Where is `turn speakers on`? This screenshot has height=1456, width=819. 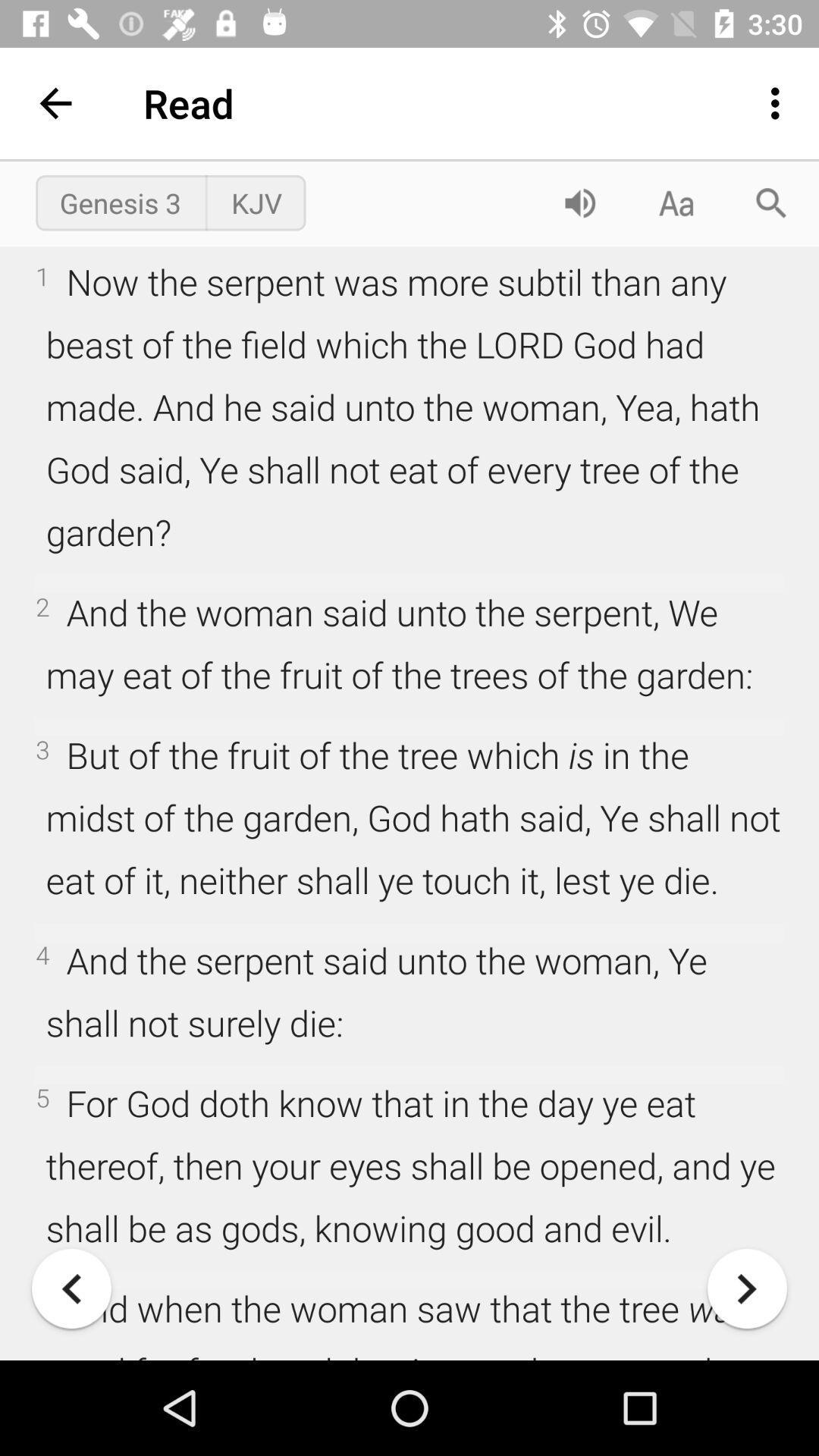 turn speakers on is located at coordinates (579, 202).